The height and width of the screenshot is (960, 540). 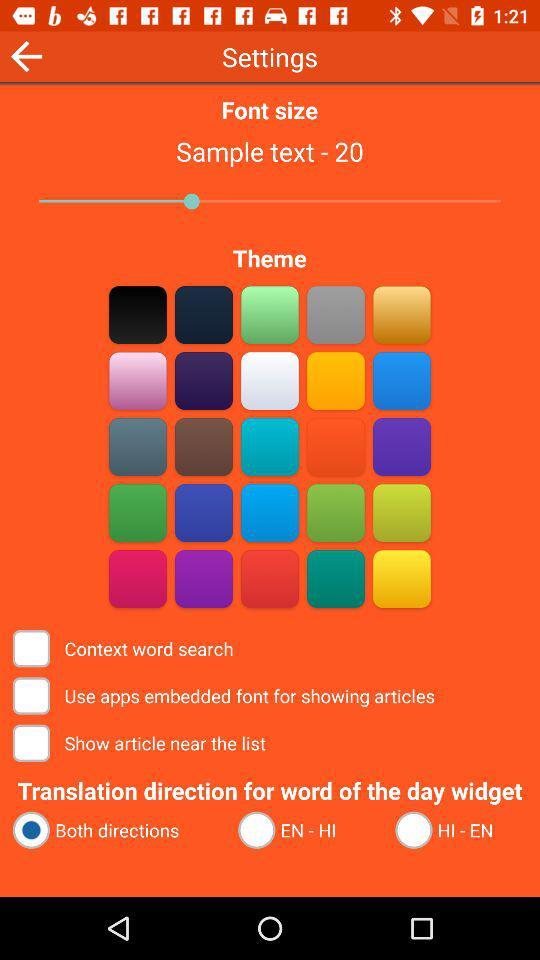 I want to click on item below the use apps embedded, so click(x=140, y=742).